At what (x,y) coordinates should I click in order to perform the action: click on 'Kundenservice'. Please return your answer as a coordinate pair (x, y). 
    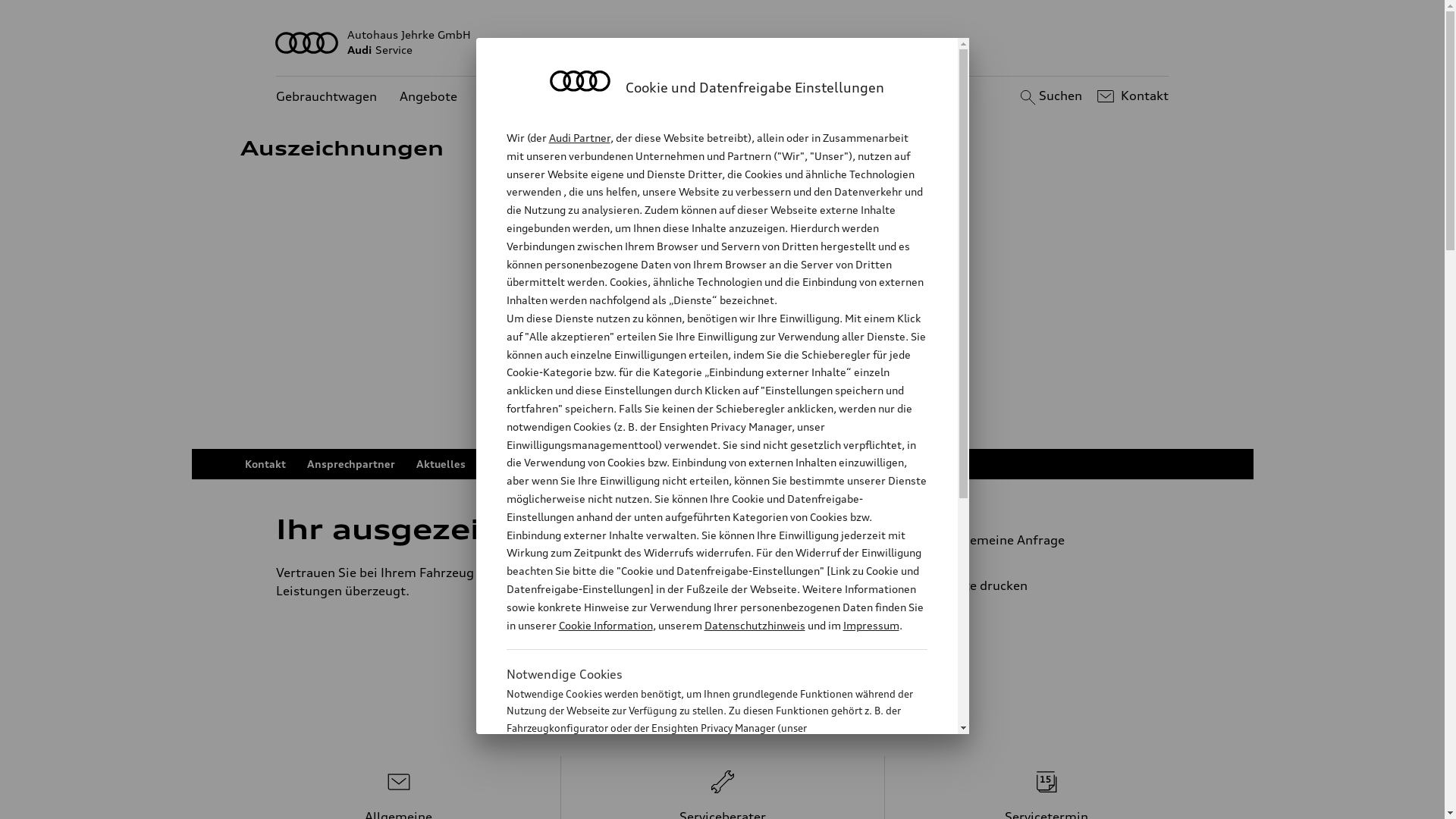
    Looking at the image, I should click on (523, 96).